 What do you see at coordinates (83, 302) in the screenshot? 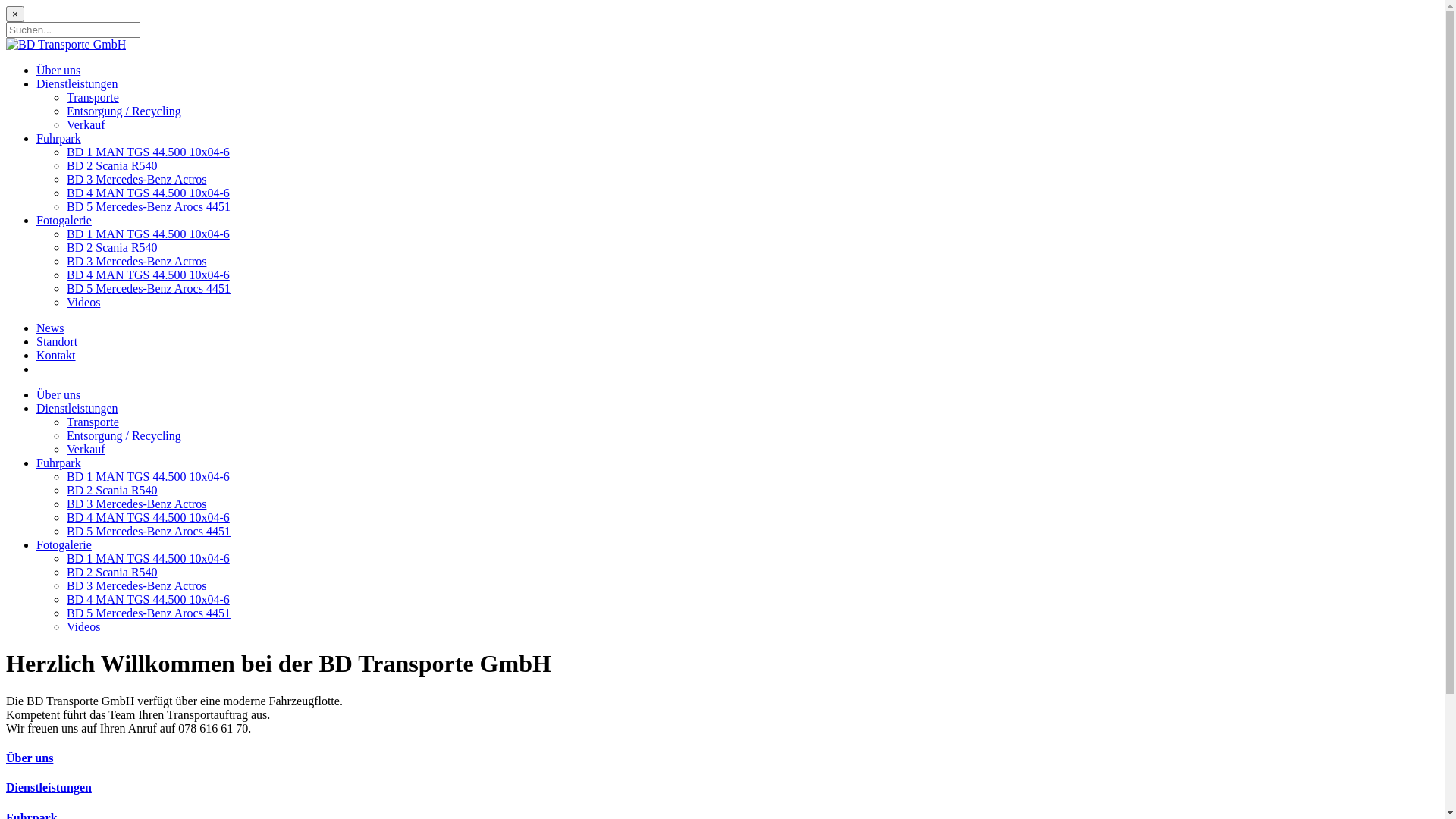
I see `'Videos'` at bounding box center [83, 302].